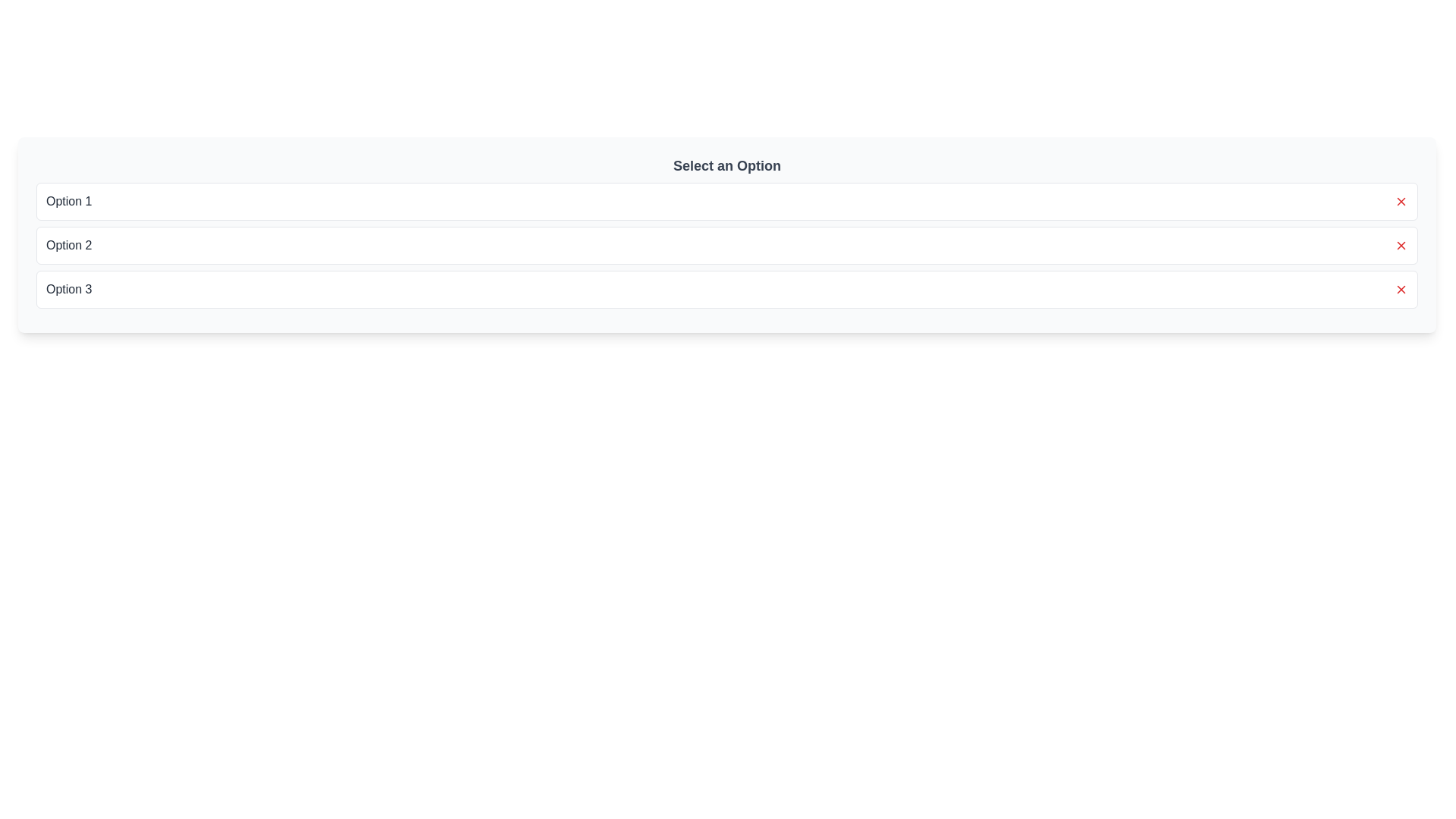  I want to click on the selectable list item displaying 'Option 2' with a red 'x' icon, so click(726, 245).